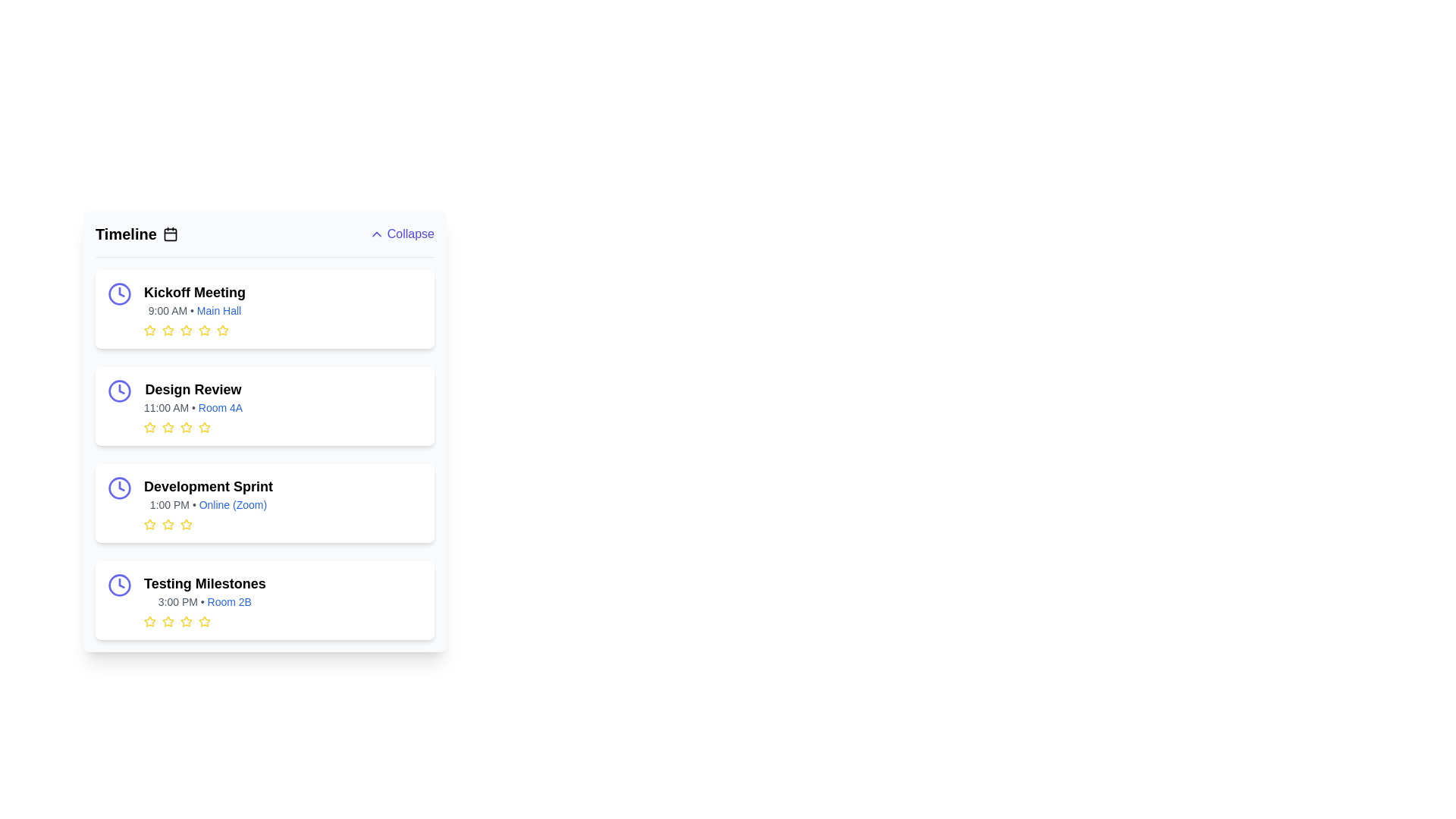  I want to click on the first star icon in the horizontal row of five stars located under the 'Kickoff Meeting' event details, which is part of the vertical timeline interface under the 'Timeline' header, so click(149, 329).